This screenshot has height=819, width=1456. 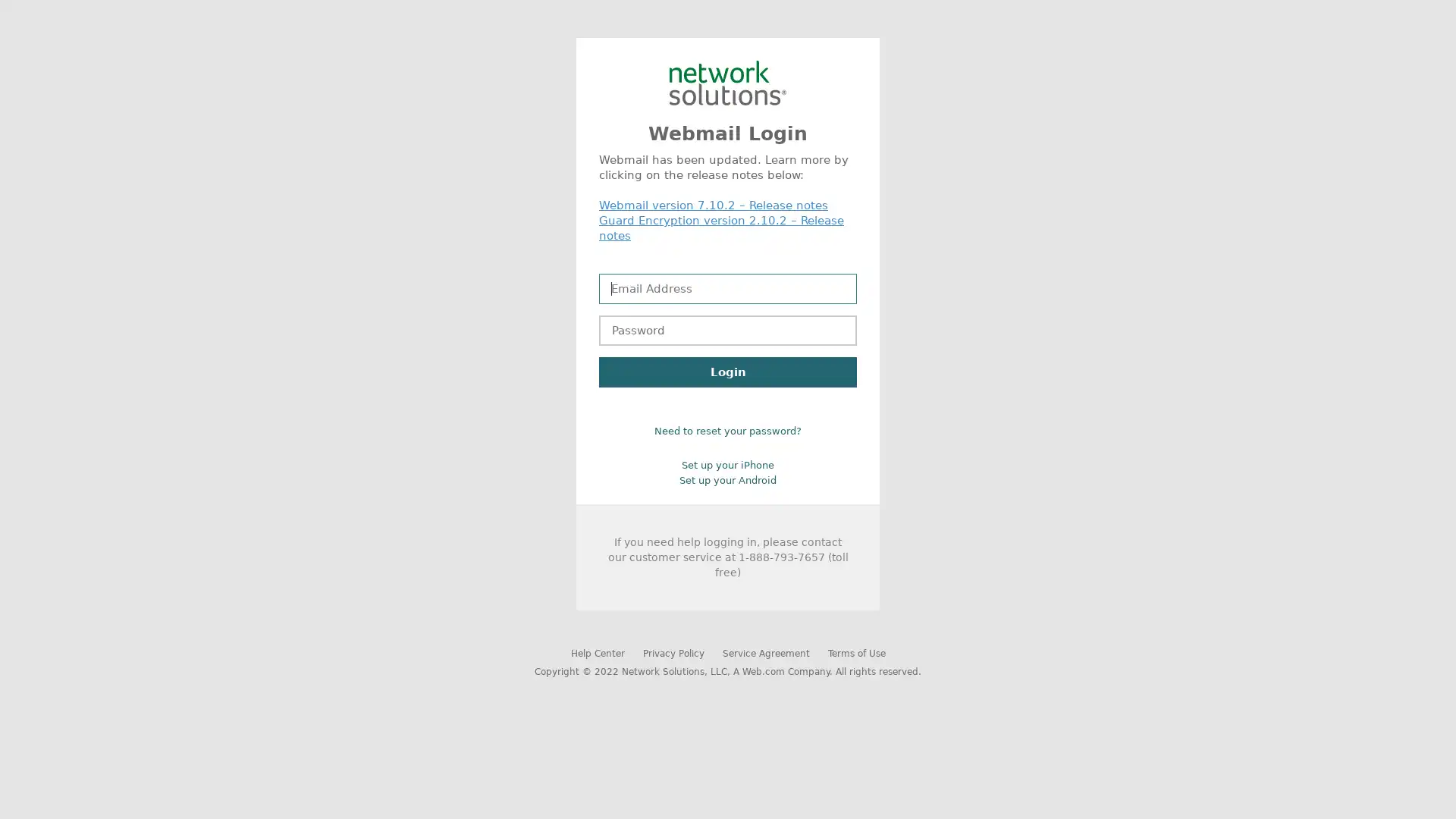 What do you see at coordinates (728, 372) in the screenshot?
I see `Login` at bounding box center [728, 372].